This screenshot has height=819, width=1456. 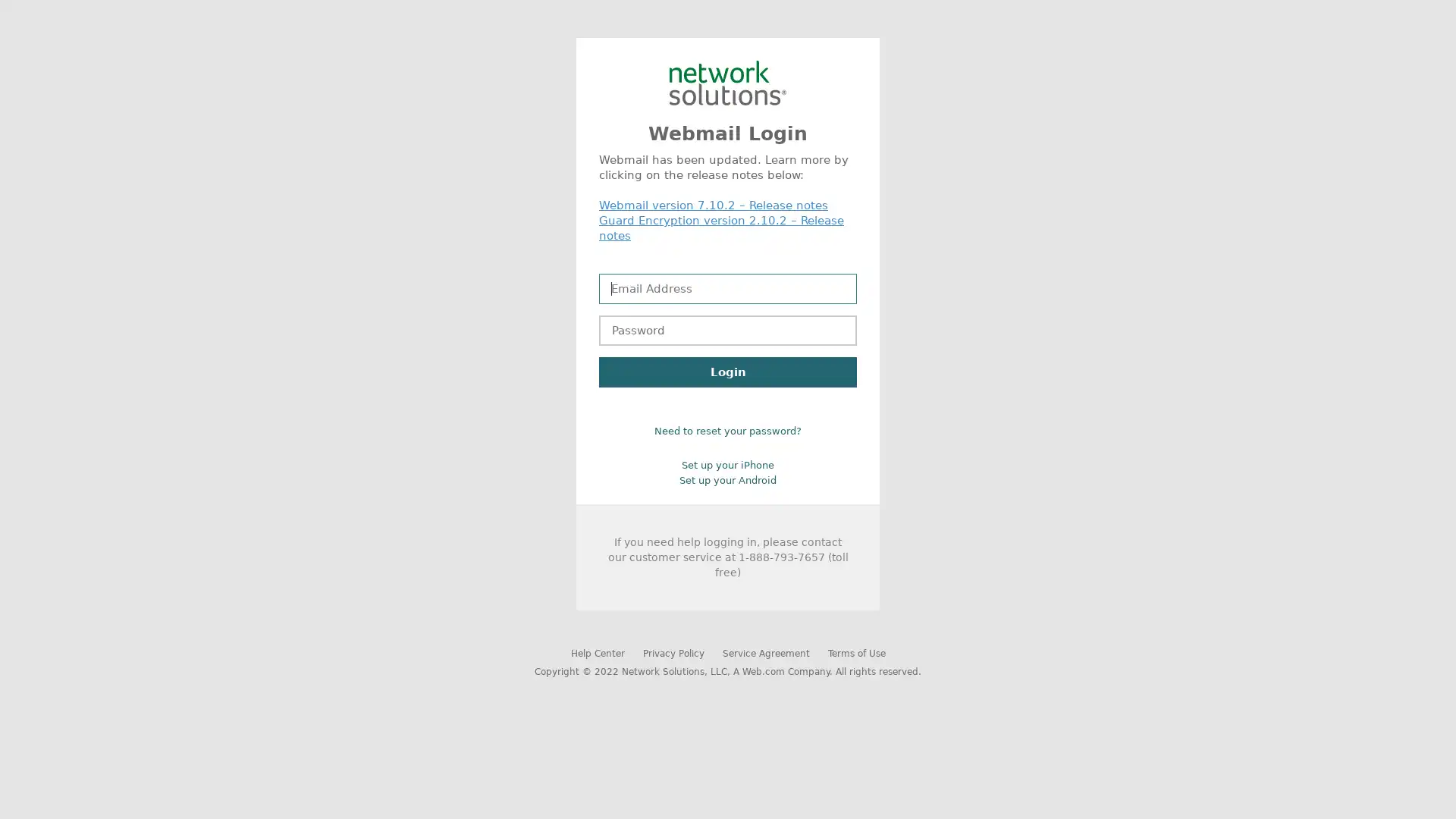 What do you see at coordinates (728, 372) in the screenshot?
I see `Login` at bounding box center [728, 372].